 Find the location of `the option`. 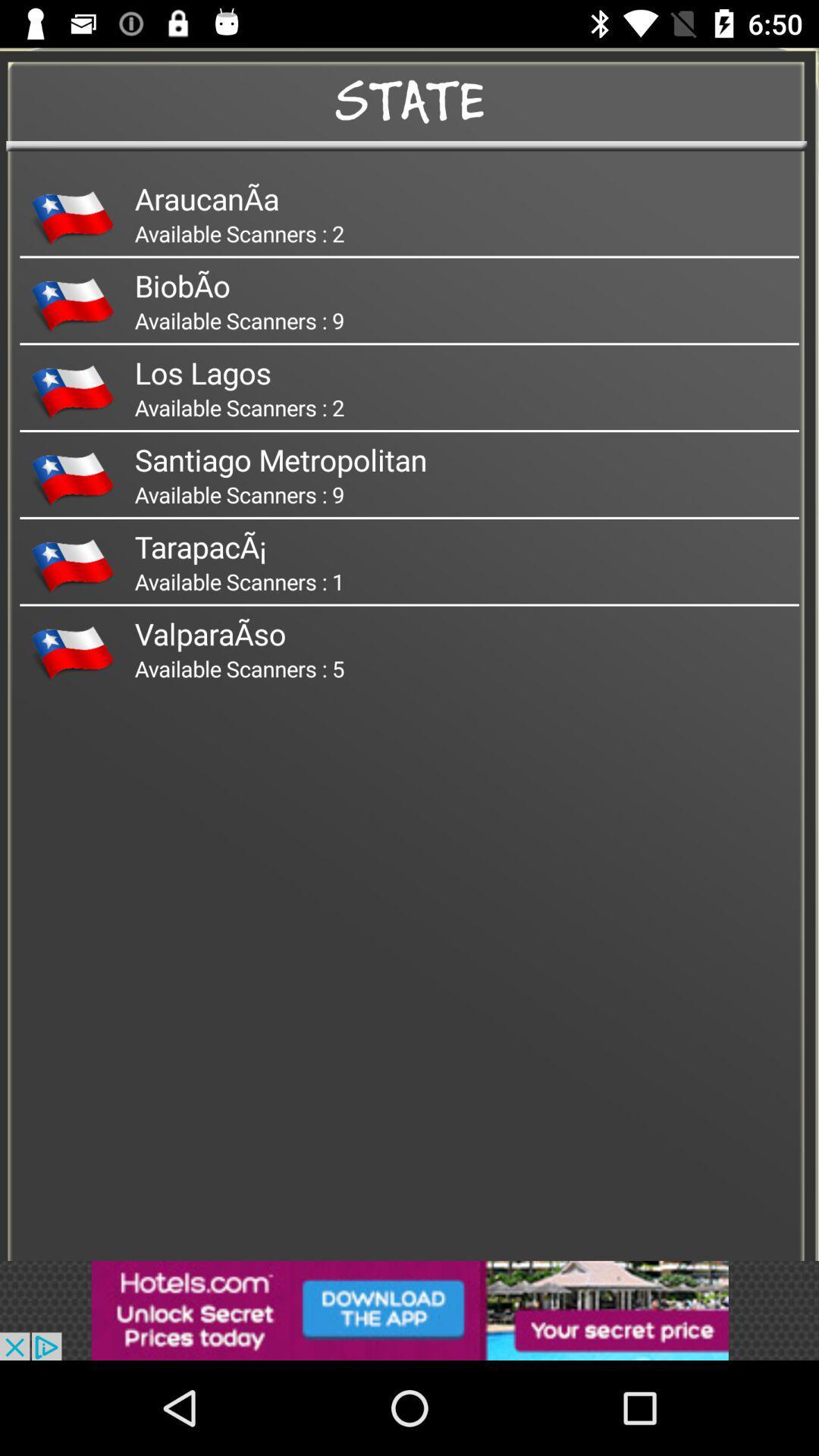

the option is located at coordinates (409, 1310).